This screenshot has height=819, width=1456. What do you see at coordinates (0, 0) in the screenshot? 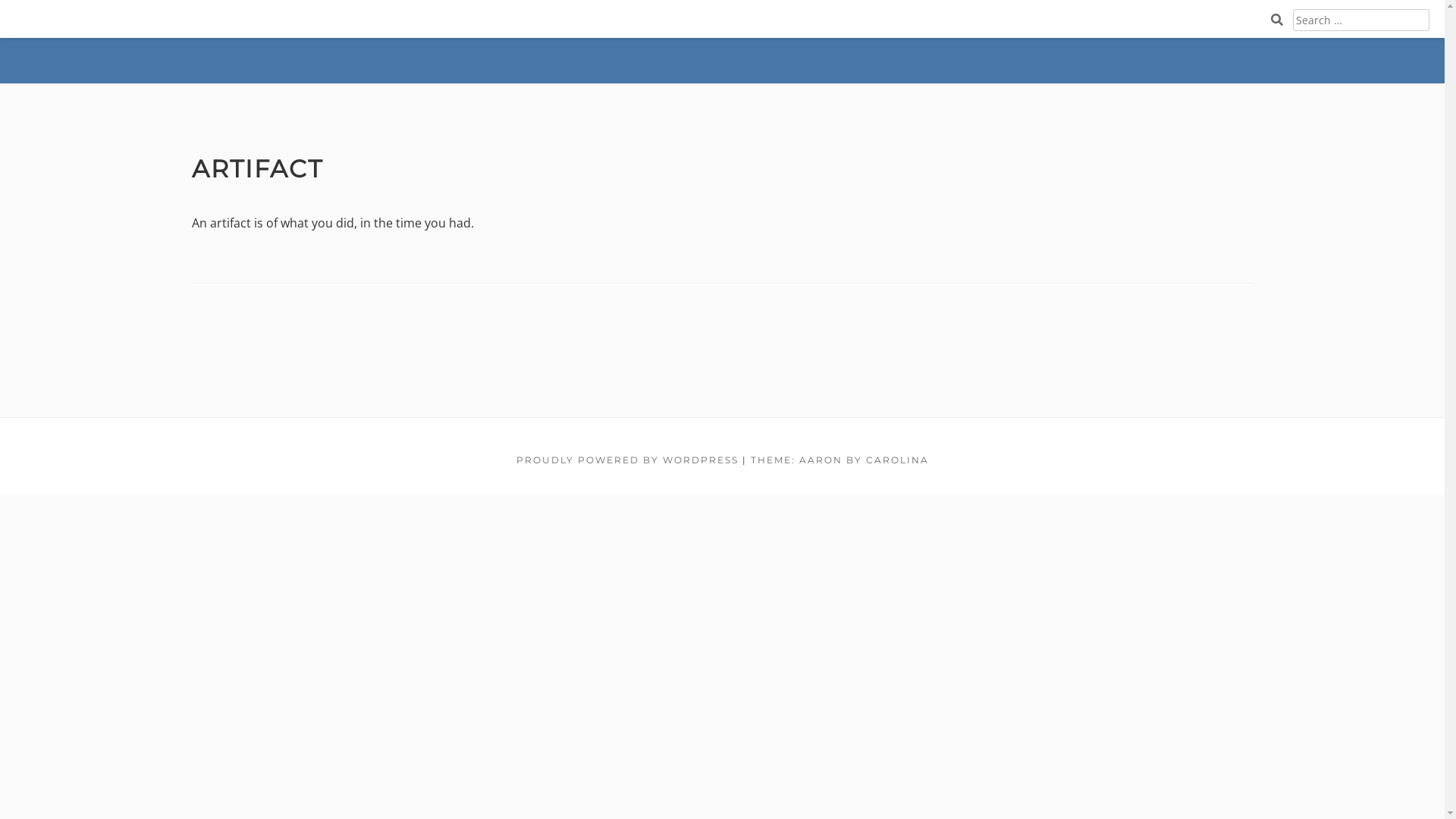
I see `'Skip to content'` at bounding box center [0, 0].